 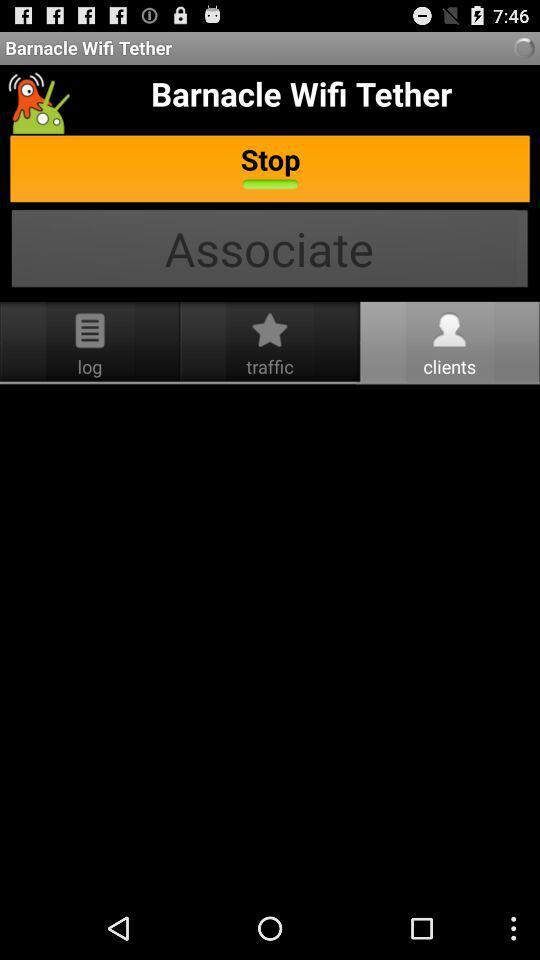 What do you see at coordinates (270, 640) in the screenshot?
I see `check client list` at bounding box center [270, 640].